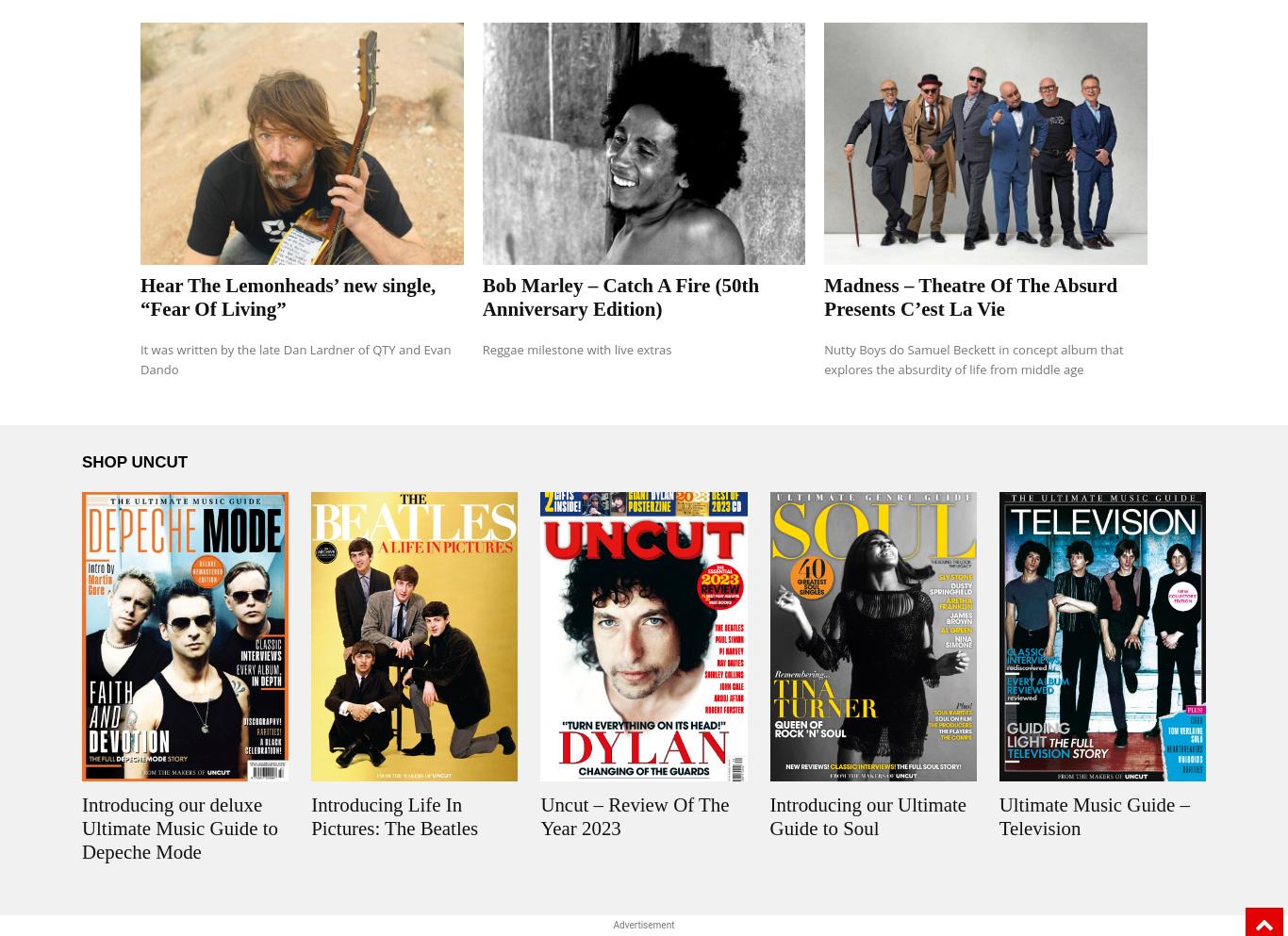 The image size is (1288, 936). I want to click on 'Introducing Life In Pictures: The Beatles', so click(393, 815).